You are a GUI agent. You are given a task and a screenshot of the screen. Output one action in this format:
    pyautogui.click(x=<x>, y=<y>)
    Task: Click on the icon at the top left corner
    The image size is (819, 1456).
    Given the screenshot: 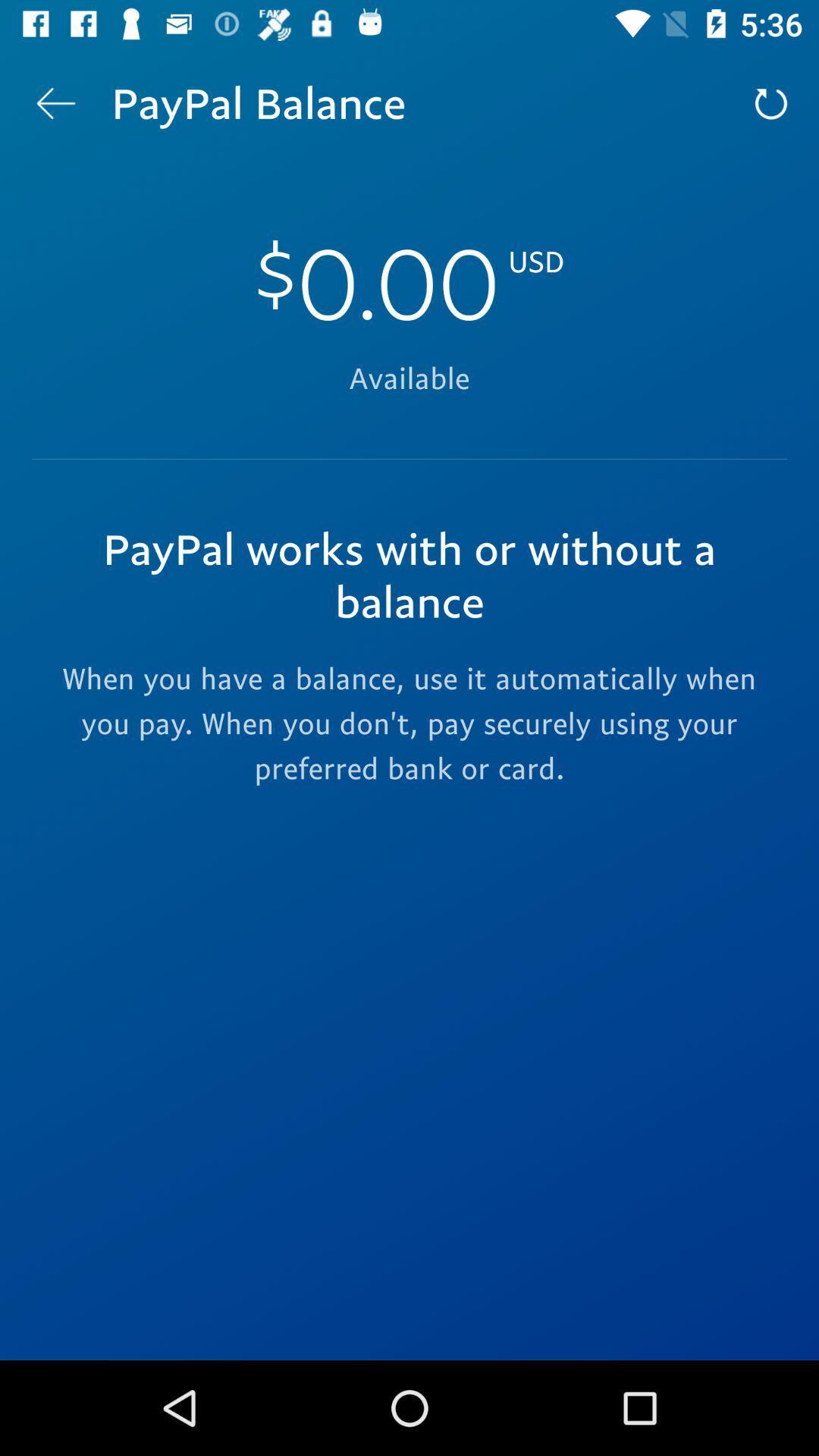 What is the action you would take?
    pyautogui.click(x=55, y=102)
    